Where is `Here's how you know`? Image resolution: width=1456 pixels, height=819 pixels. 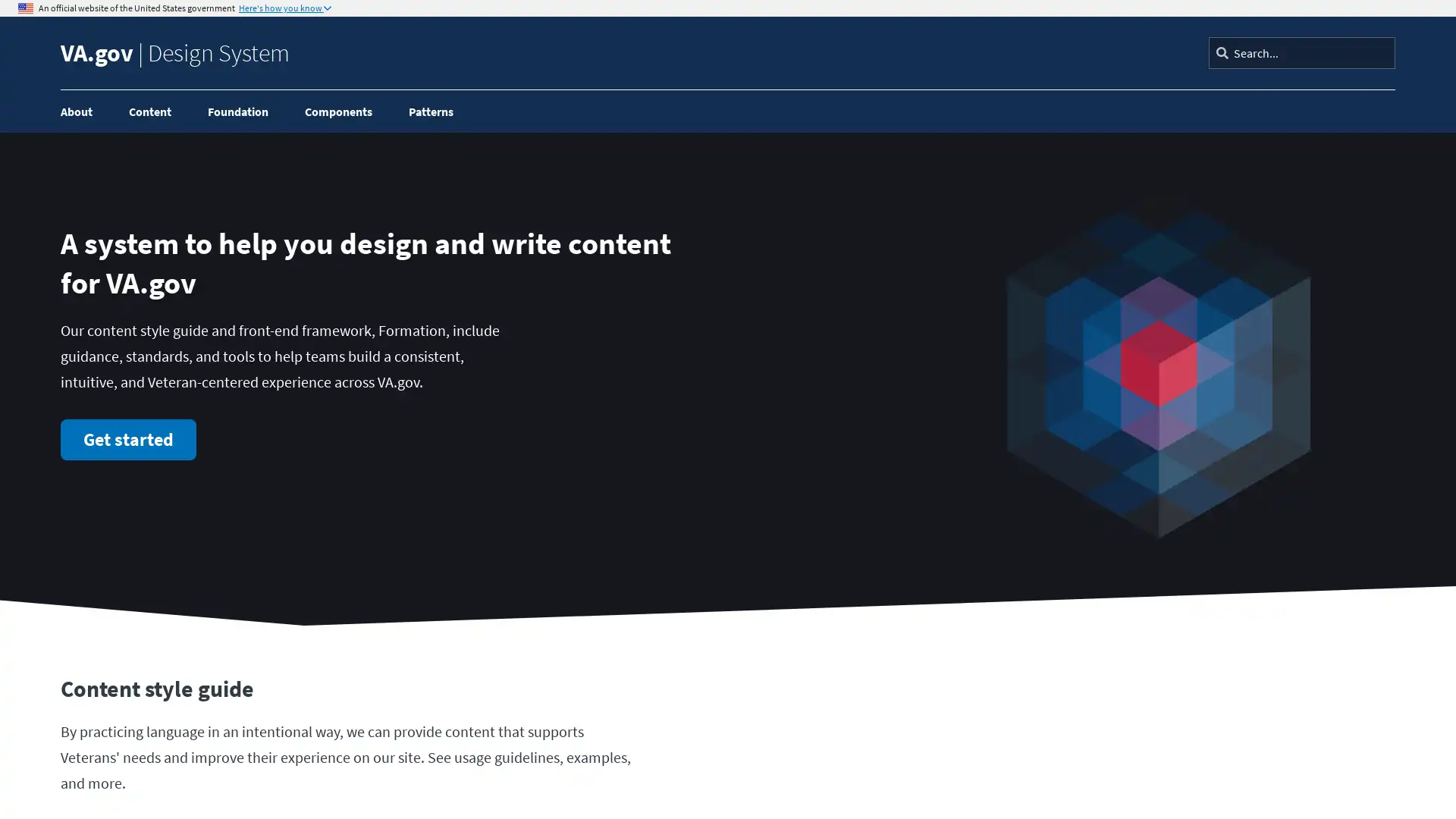
Here's how you know is located at coordinates (284, 8).